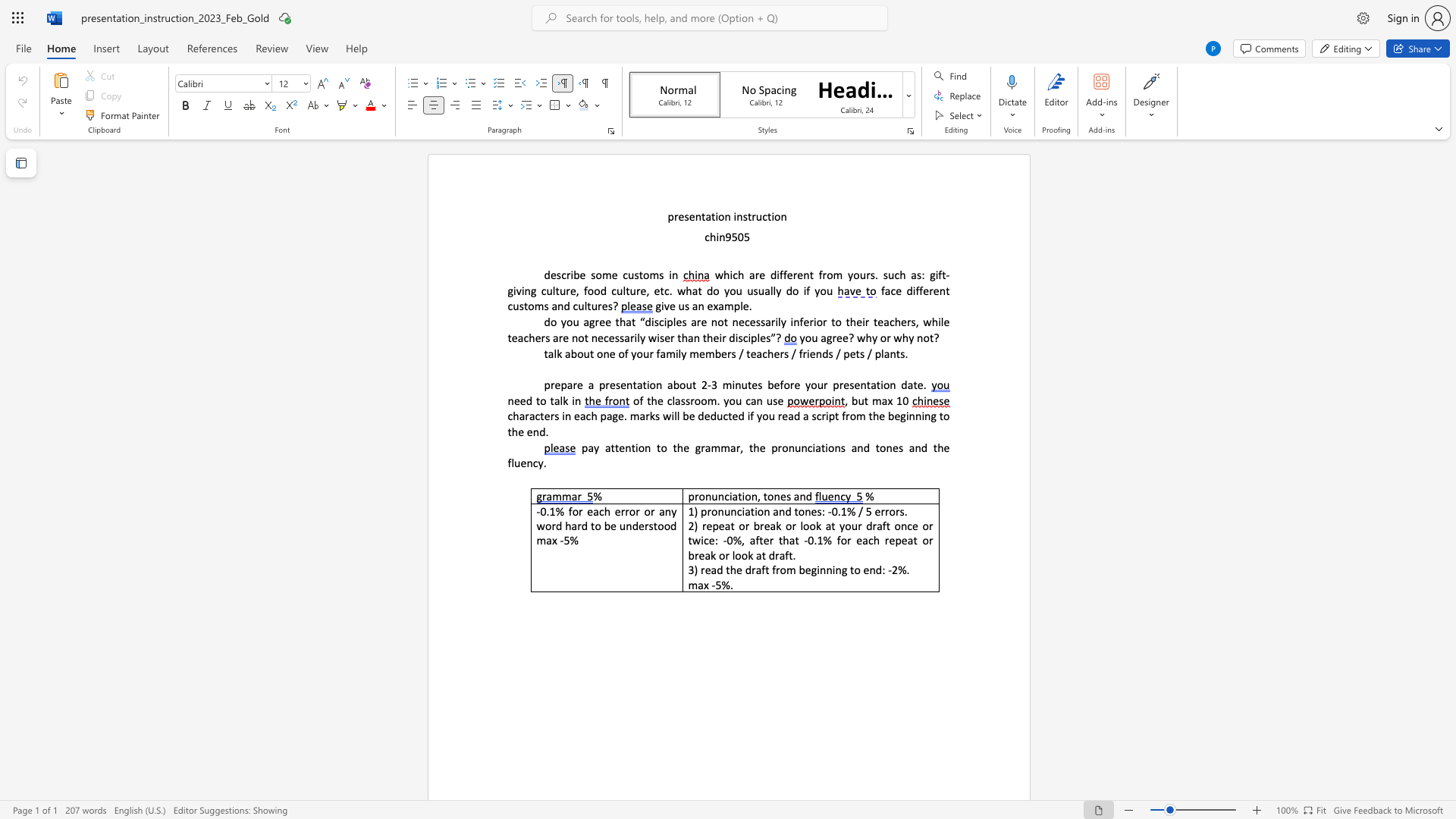  Describe the element at coordinates (698, 496) in the screenshot. I see `the subset text "onuncia" within the text "pronunciation,"` at that location.